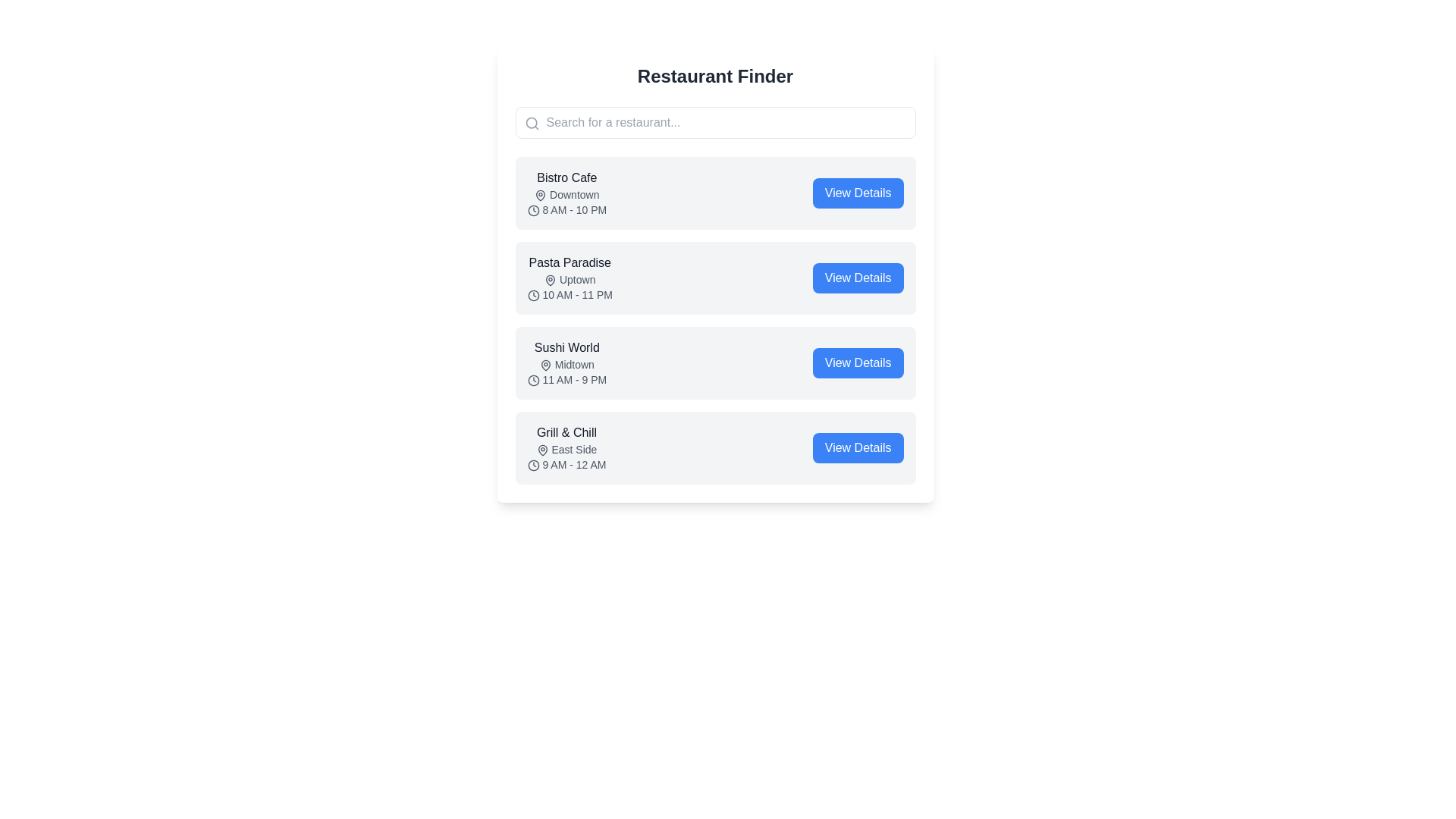 This screenshot has height=819, width=1456. Describe the element at coordinates (566, 362) in the screenshot. I see `the informational card displaying details of the 'Sushi World' restaurant, located in the third row of the restaurant list between 'Pasta Paradise' and 'Grill & Chill'` at that location.